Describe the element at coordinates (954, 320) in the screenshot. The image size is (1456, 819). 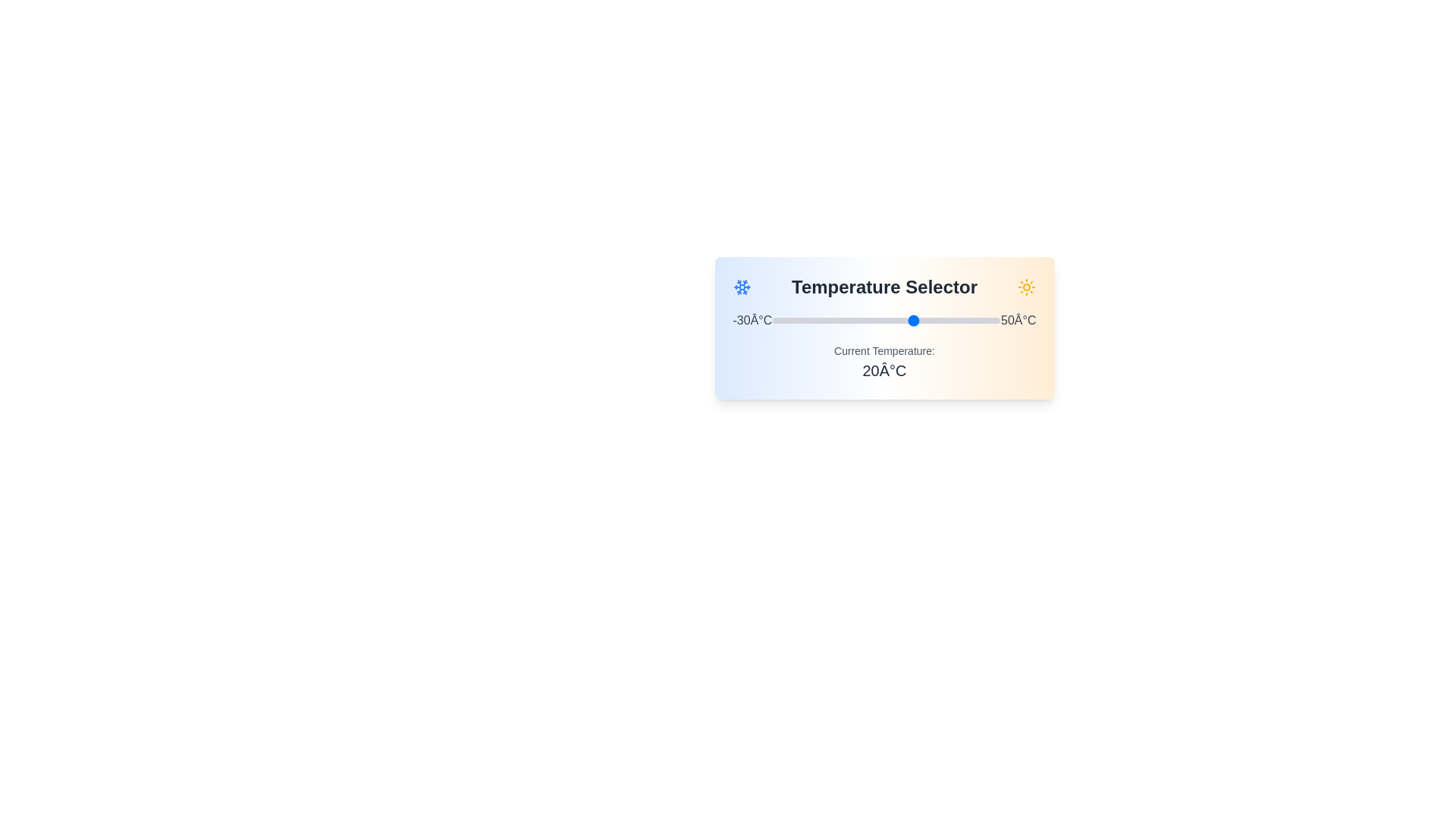
I see `the temperature` at that location.